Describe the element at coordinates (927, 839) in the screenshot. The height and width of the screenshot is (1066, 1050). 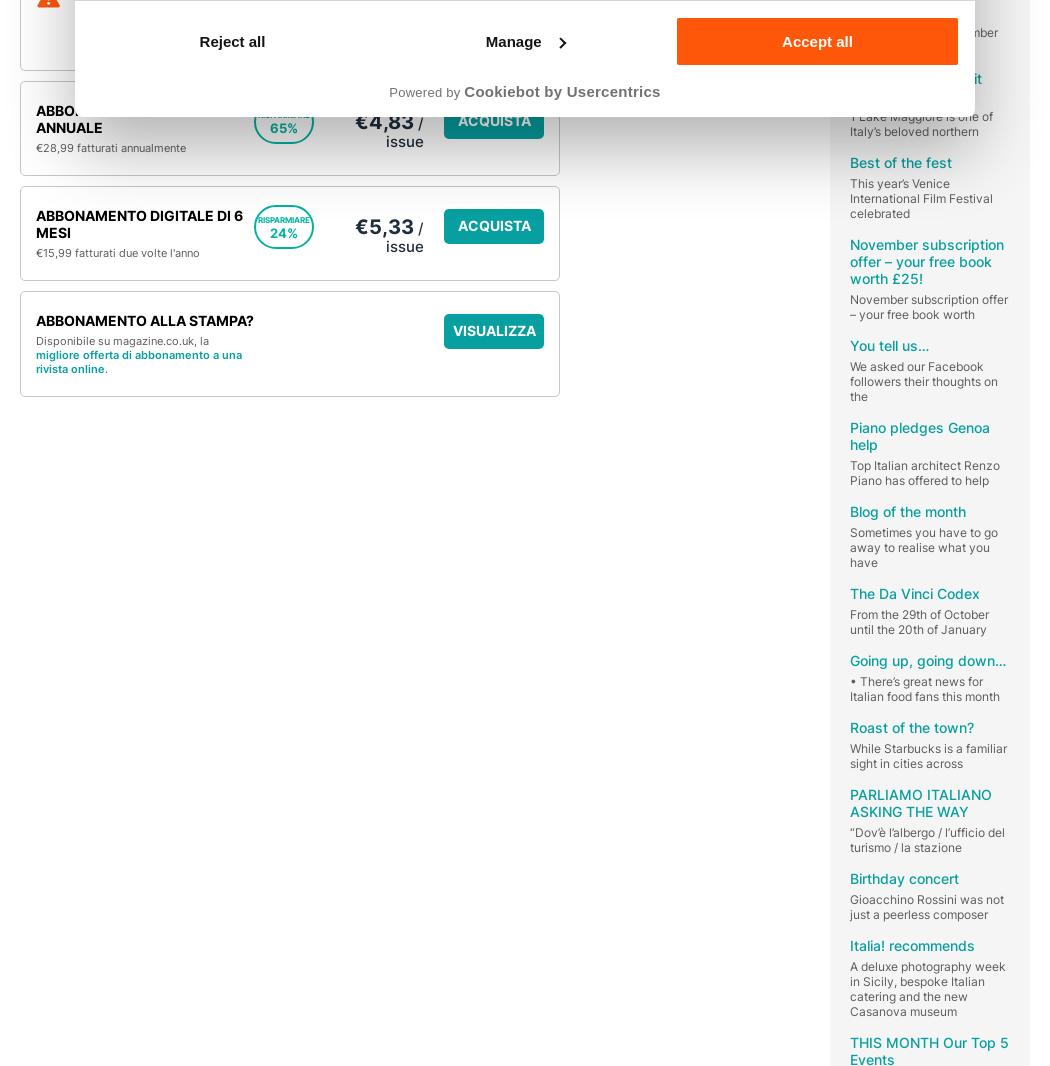
I see `'“Dov’è l’albergo / l’ufficio del turismo / la stazione'` at that location.